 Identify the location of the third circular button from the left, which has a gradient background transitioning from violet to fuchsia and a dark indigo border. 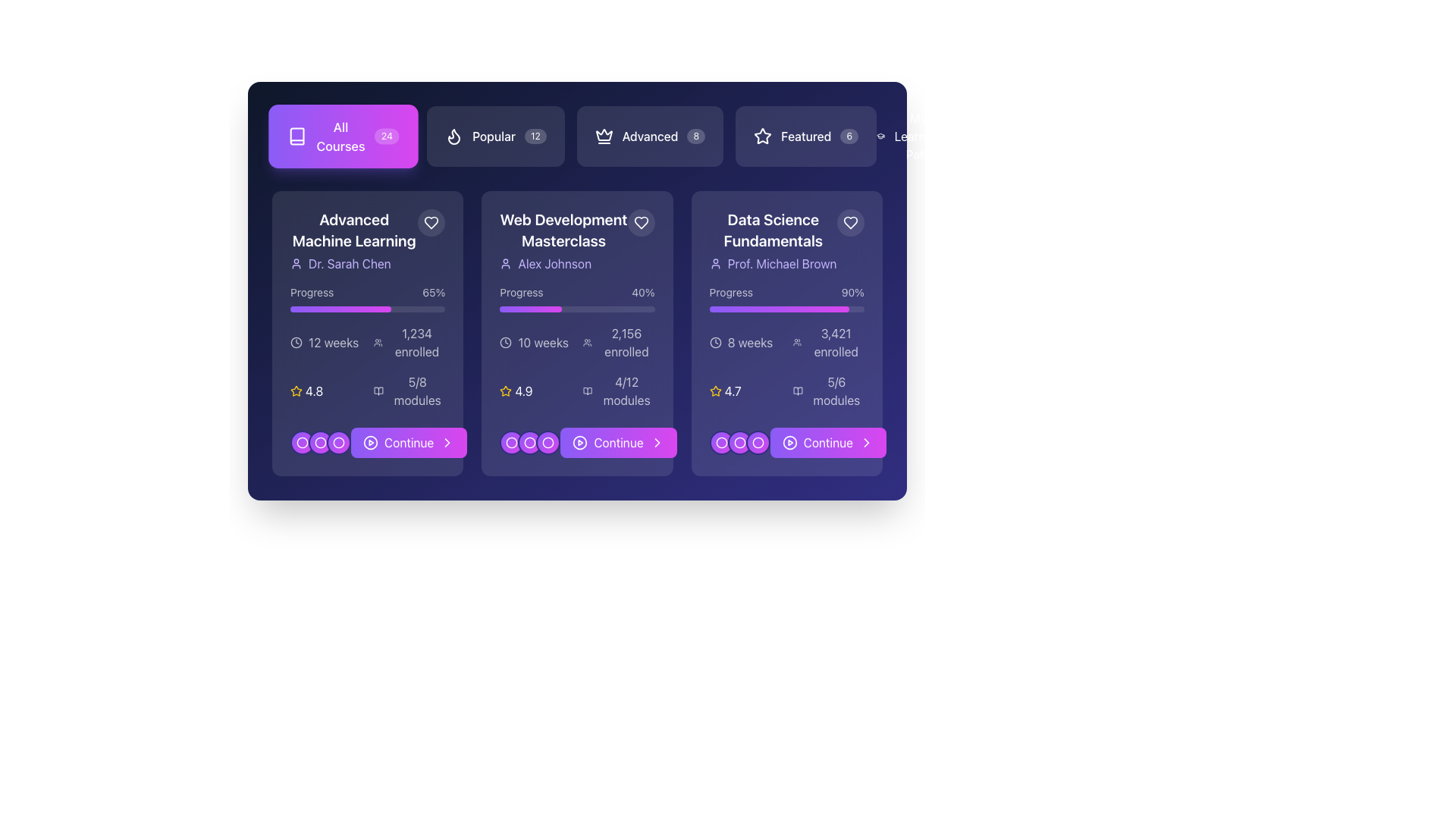
(758, 442).